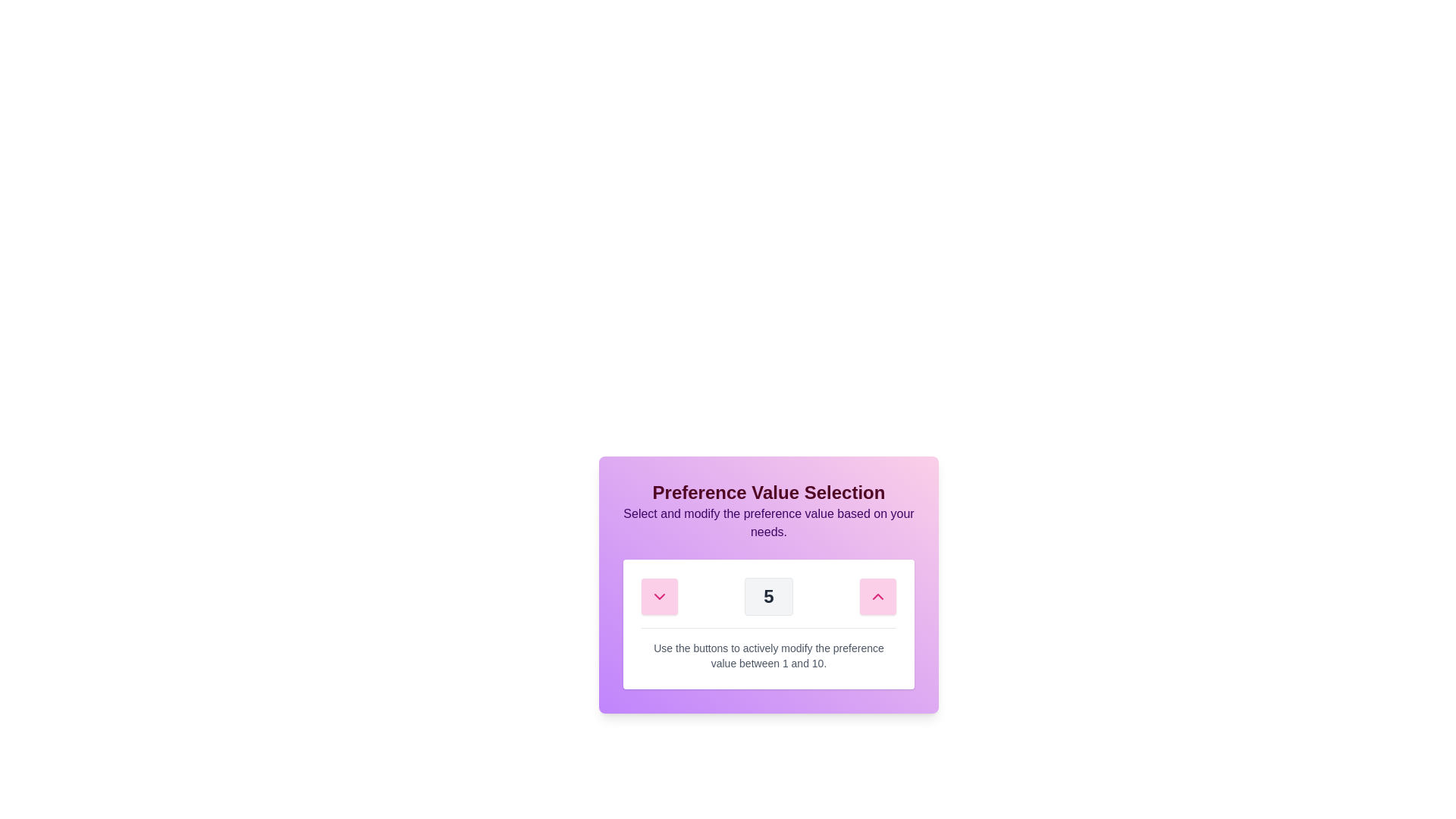 This screenshot has height=819, width=1456. Describe the element at coordinates (659, 595) in the screenshot. I see `the decrement button located on the leftmost side of the component group to change its background color` at that location.